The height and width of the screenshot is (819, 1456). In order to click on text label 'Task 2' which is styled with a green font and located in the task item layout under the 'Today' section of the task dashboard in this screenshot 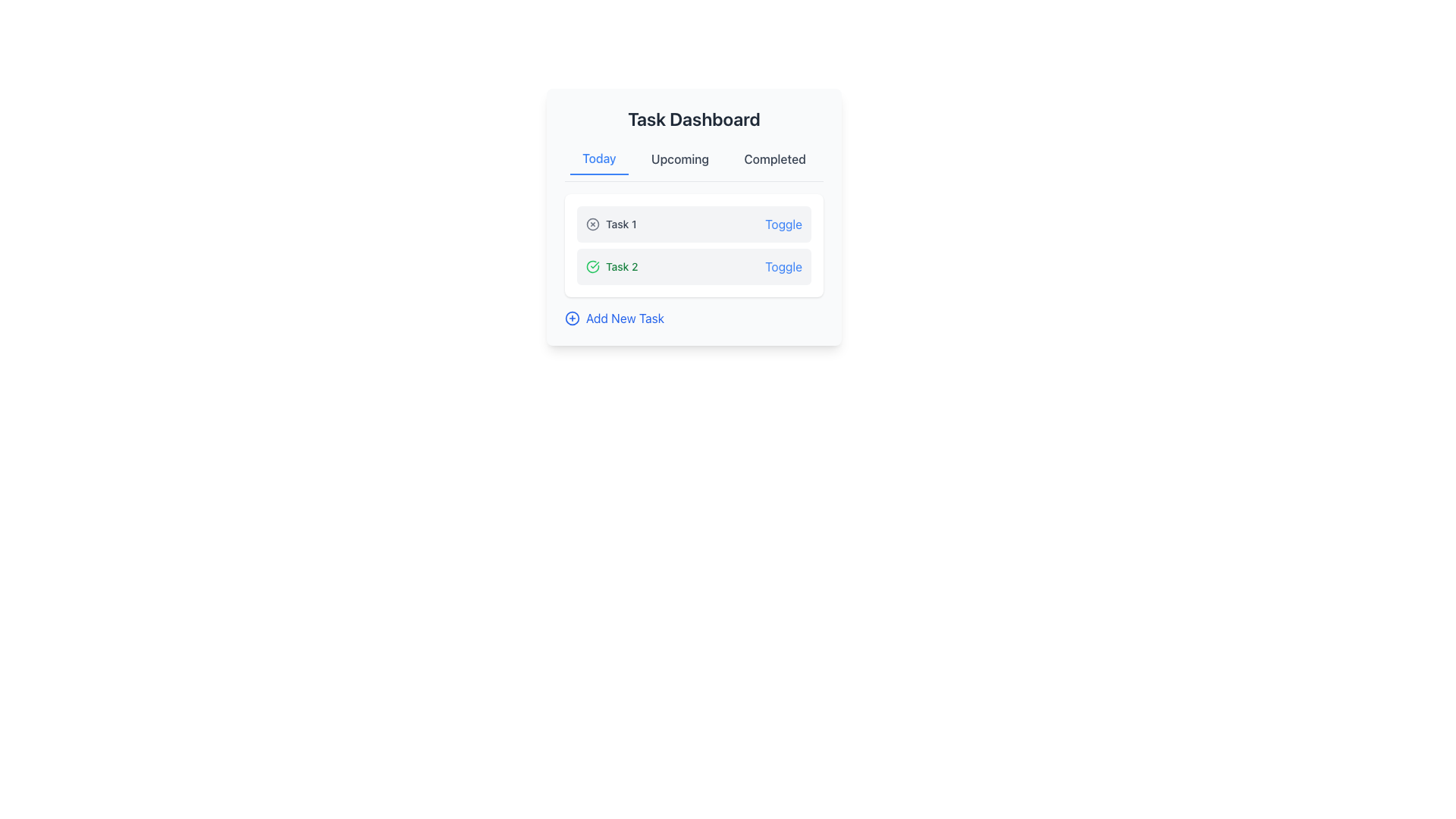, I will do `click(612, 265)`.